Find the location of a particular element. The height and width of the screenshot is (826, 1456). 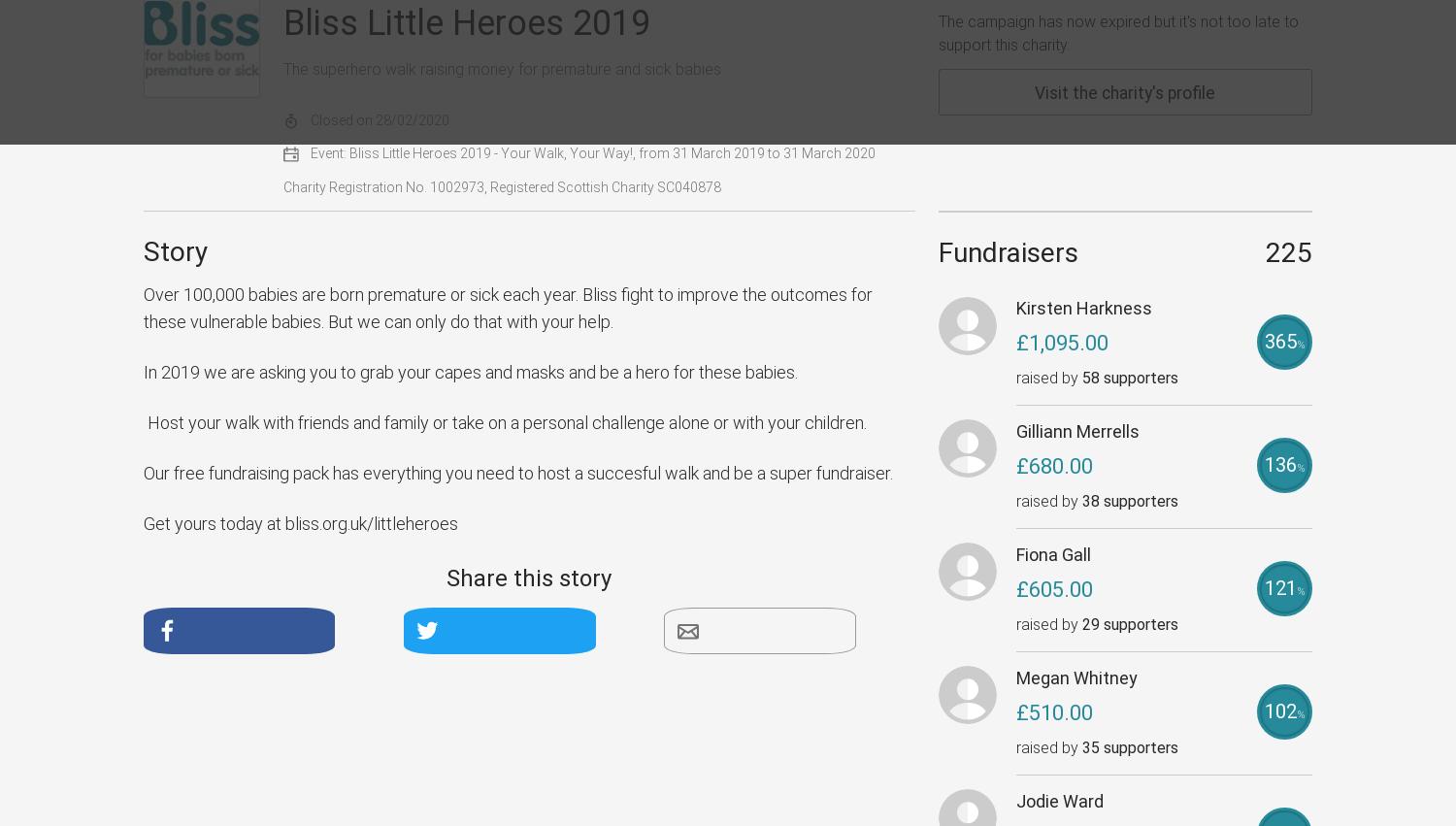

'Story' is located at coordinates (176, 250).